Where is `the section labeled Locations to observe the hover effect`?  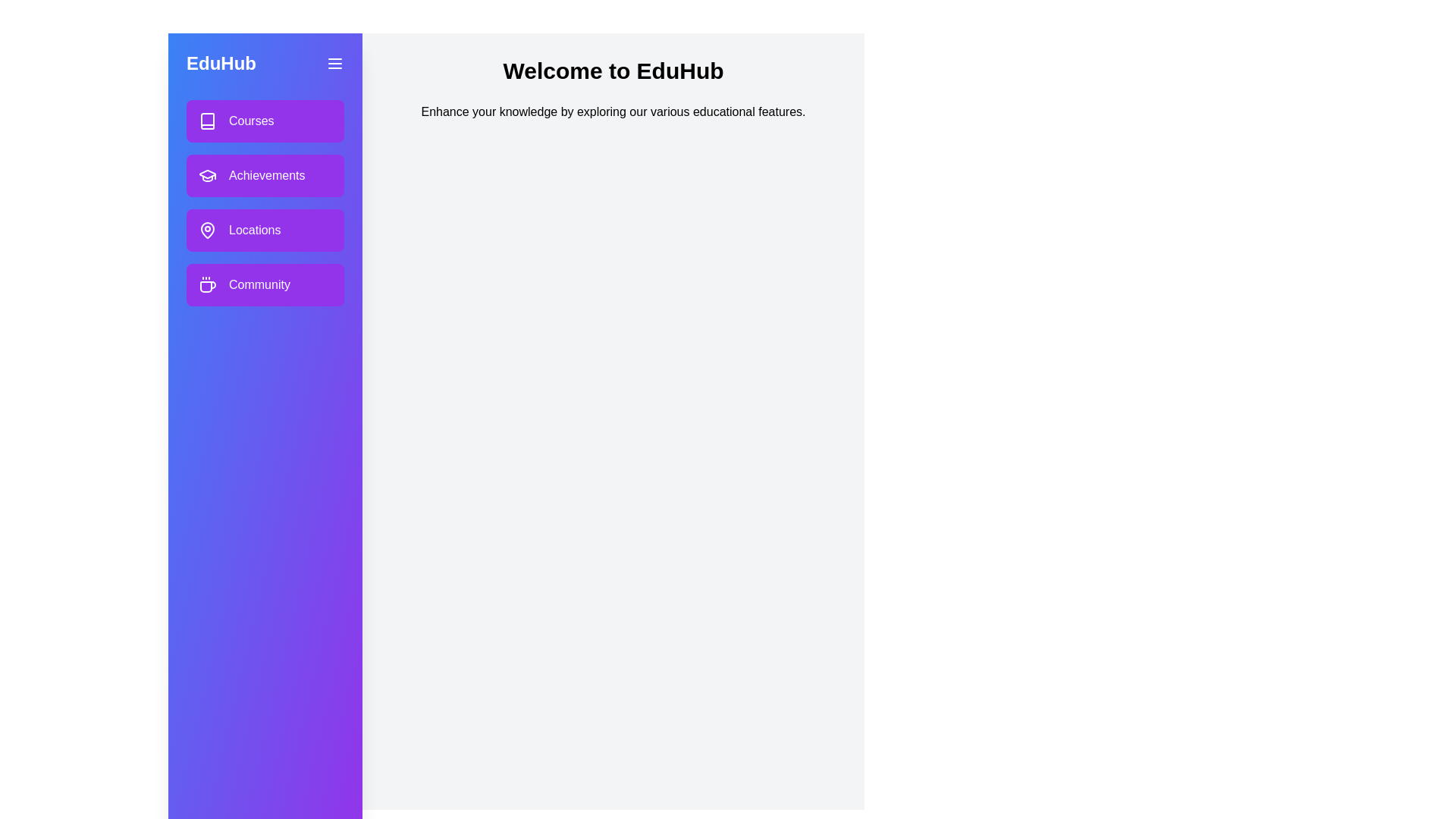
the section labeled Locations to observe the hover effect is located at coordinates (265, 231).